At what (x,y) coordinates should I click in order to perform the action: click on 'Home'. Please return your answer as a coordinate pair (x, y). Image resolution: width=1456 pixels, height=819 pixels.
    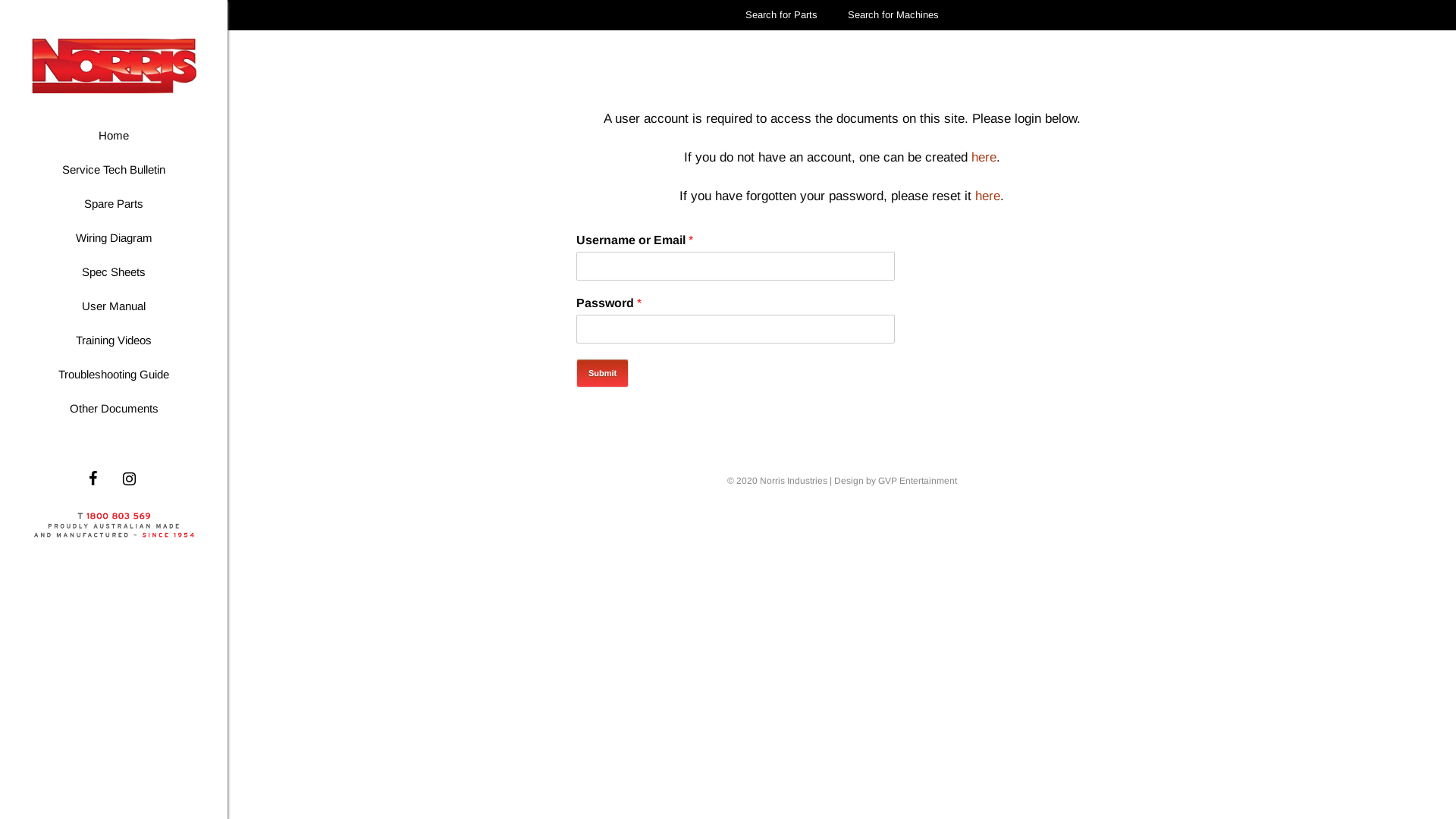
    Looking at the image, I should click on (112, 134).